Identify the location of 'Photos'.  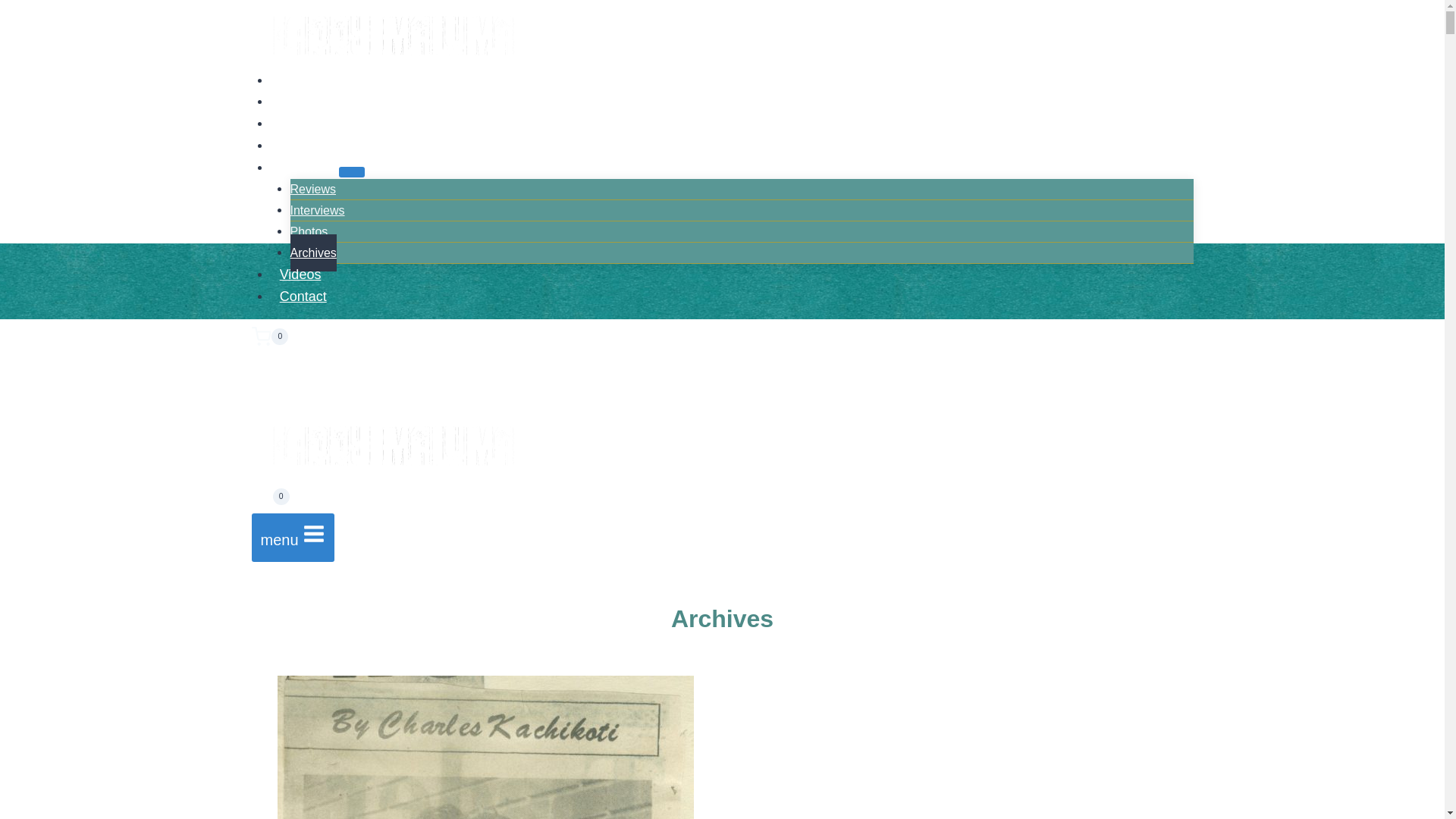
(290, 231).